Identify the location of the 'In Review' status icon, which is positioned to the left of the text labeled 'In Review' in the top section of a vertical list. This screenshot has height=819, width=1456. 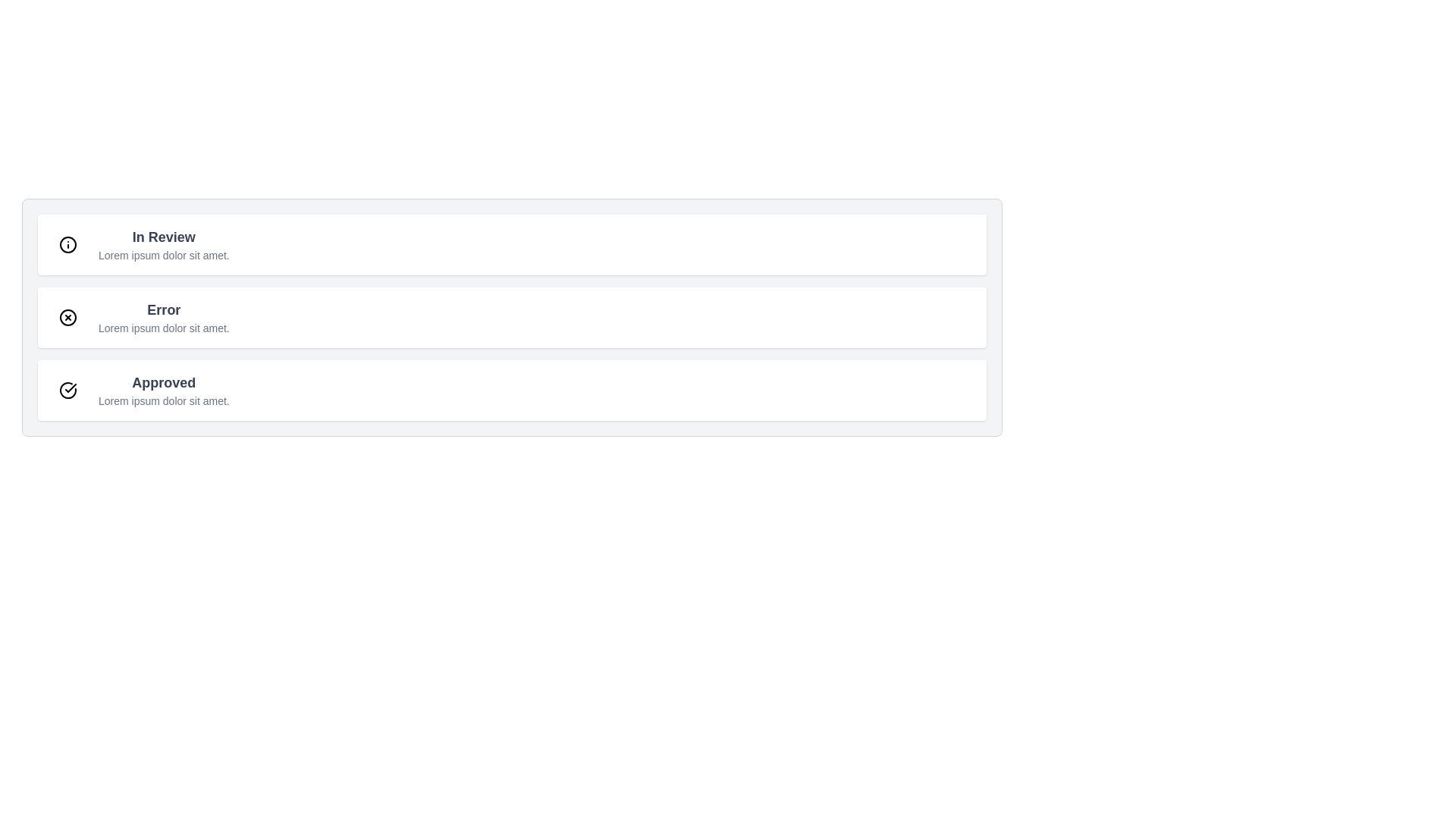
(67, 244).